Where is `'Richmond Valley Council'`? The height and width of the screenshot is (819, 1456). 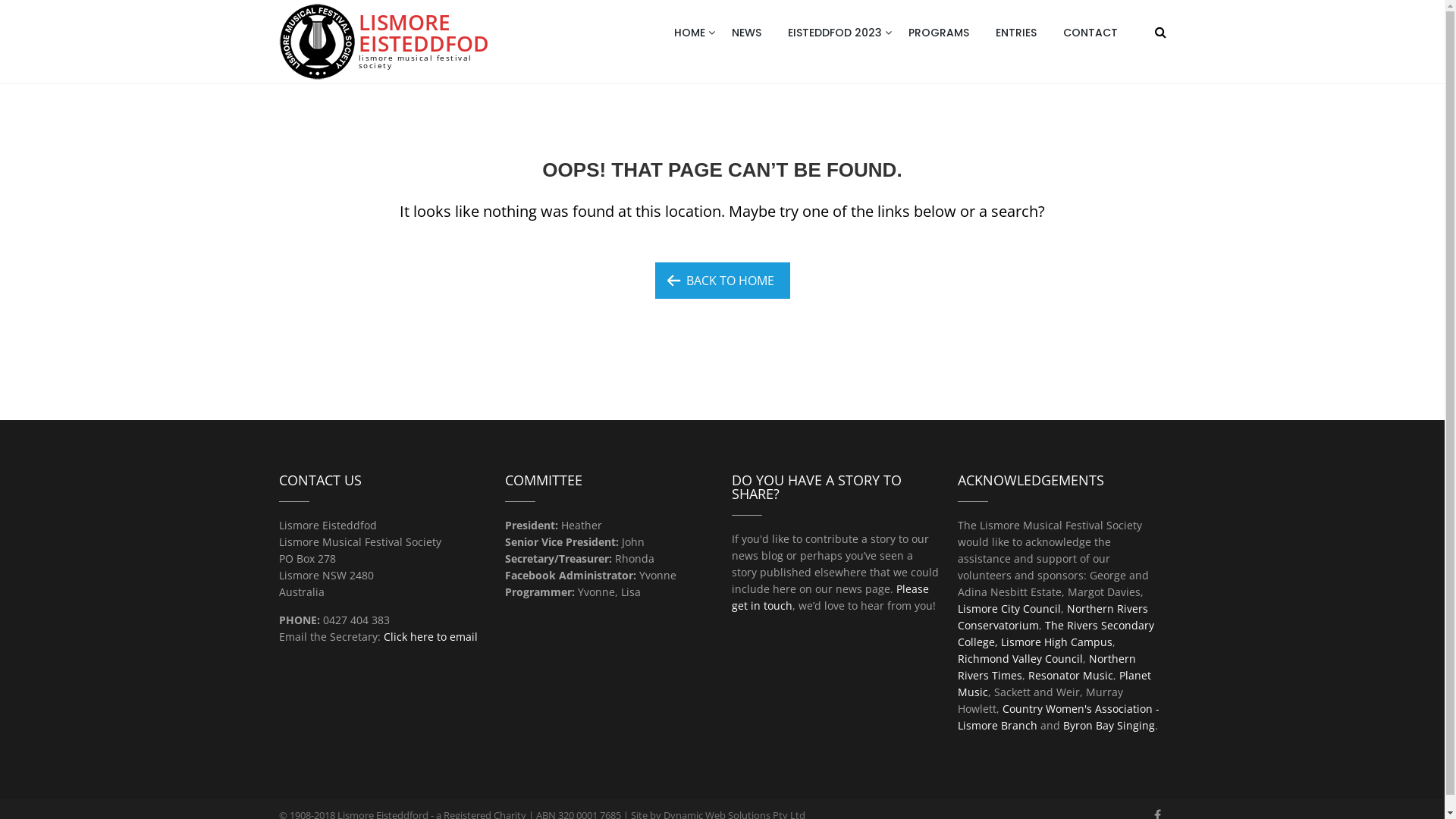 'Richmond Valley Council' is located at coordinates (1020, 657).